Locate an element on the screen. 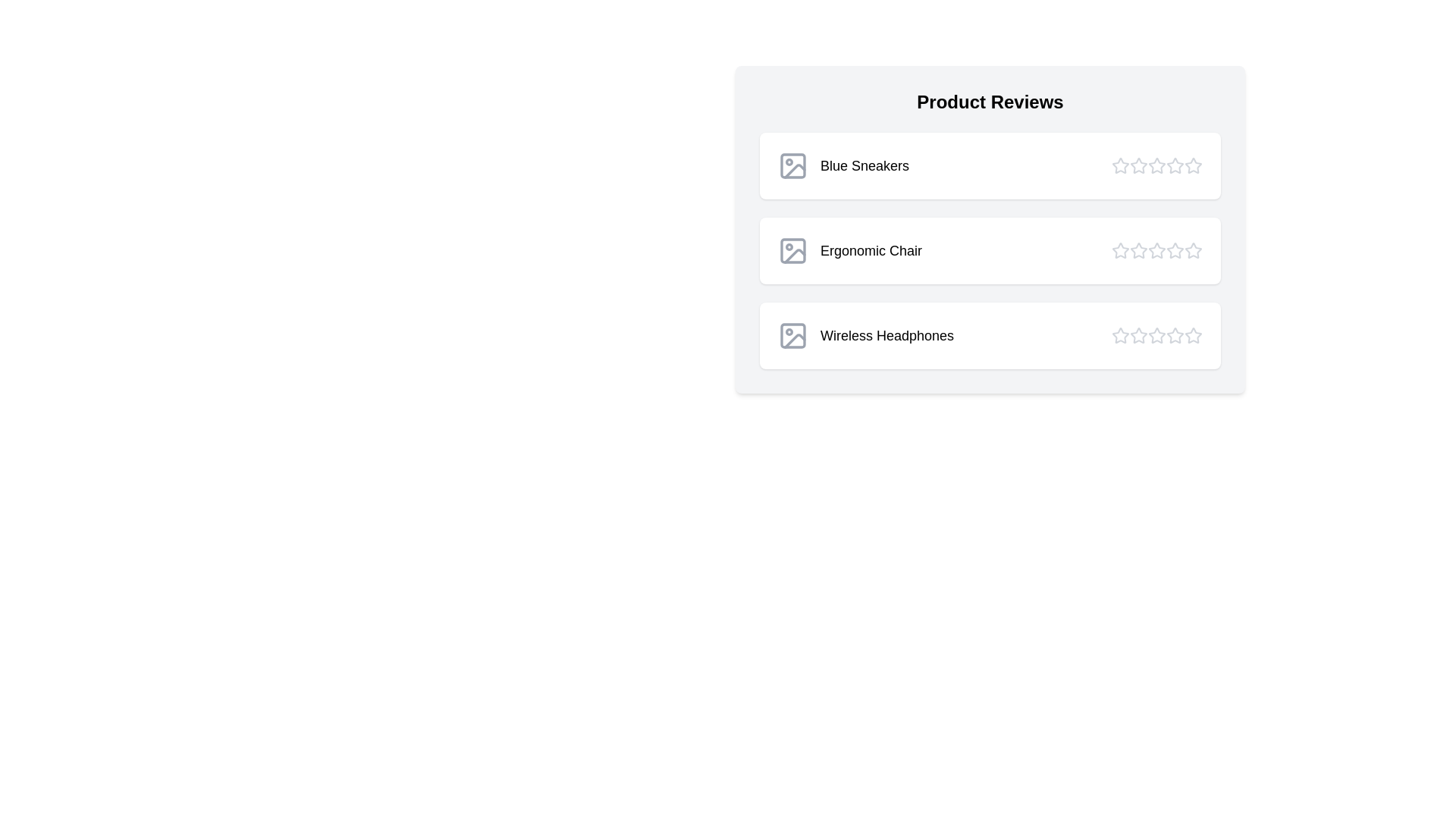 This screenshot has height=819, width=1456. the star corresponding to 1 stars for the product Wireless Headphones is located at coordinates (1121, 335).